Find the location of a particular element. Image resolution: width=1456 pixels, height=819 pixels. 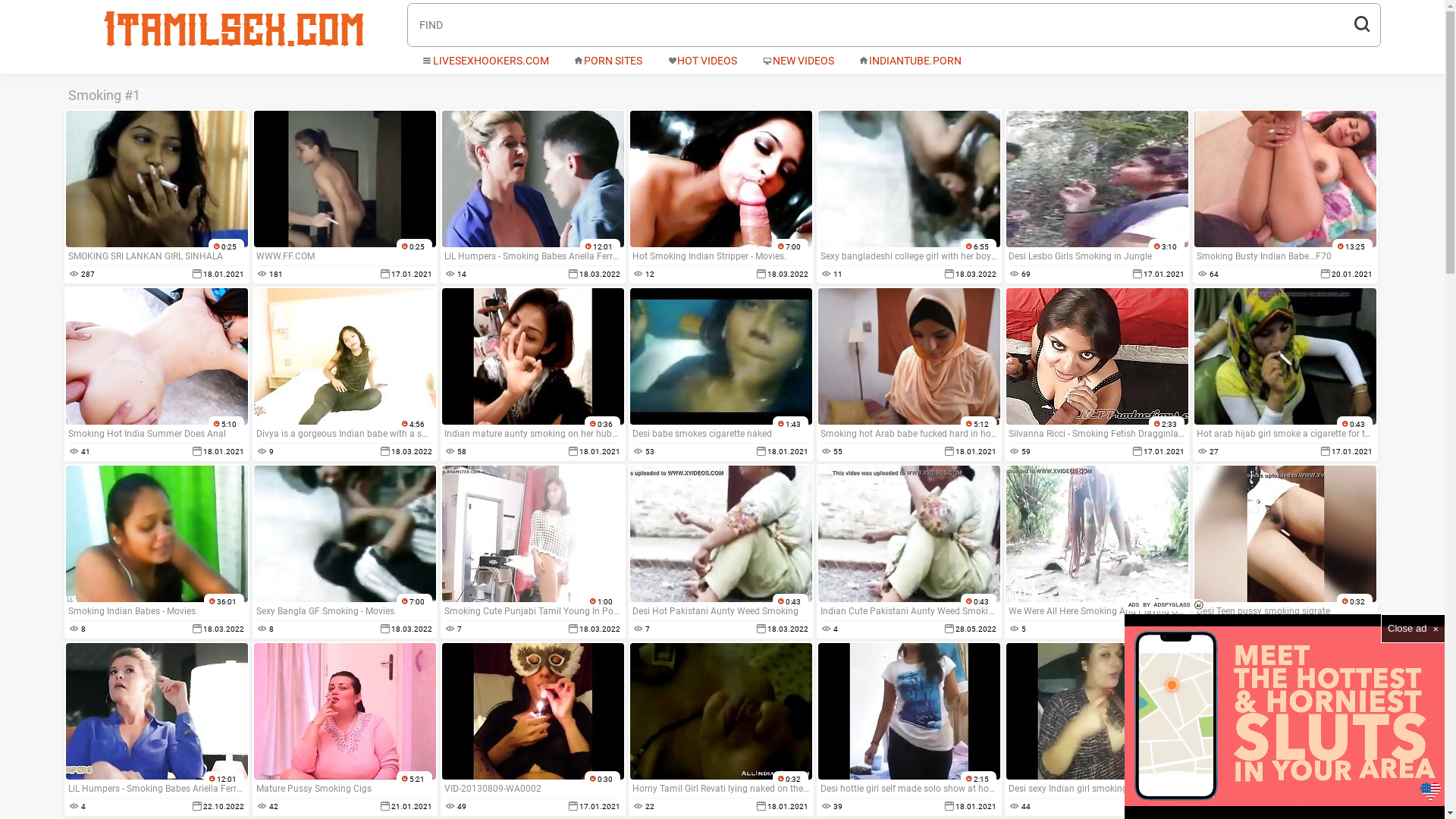

'PORN SITES' is located at coordinates (608, 61).